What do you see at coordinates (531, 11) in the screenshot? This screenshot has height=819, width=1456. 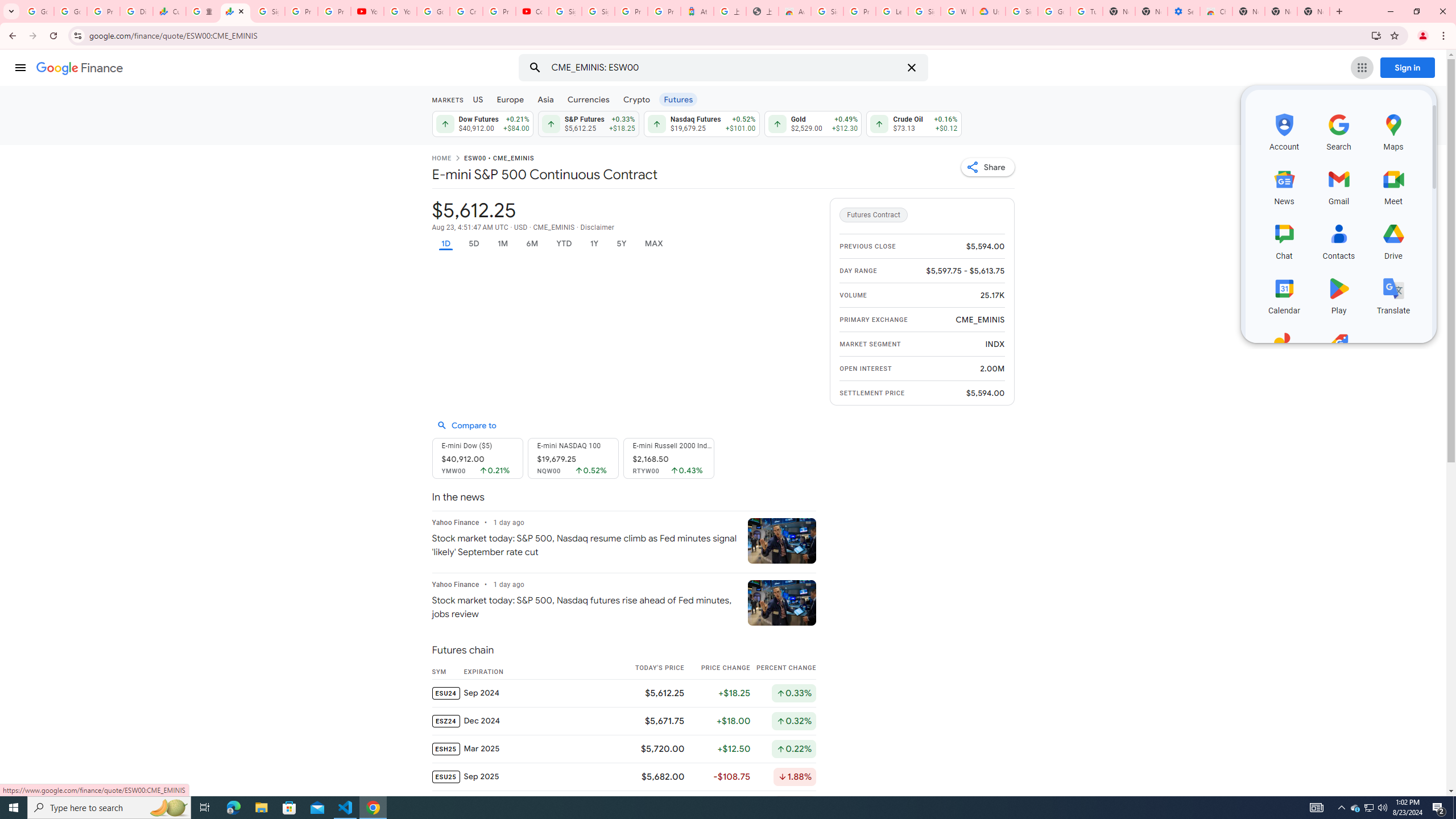 I see `'Content Creator Programs & Opportunities - YouTube Creators'` at bounding box center [531, 11].